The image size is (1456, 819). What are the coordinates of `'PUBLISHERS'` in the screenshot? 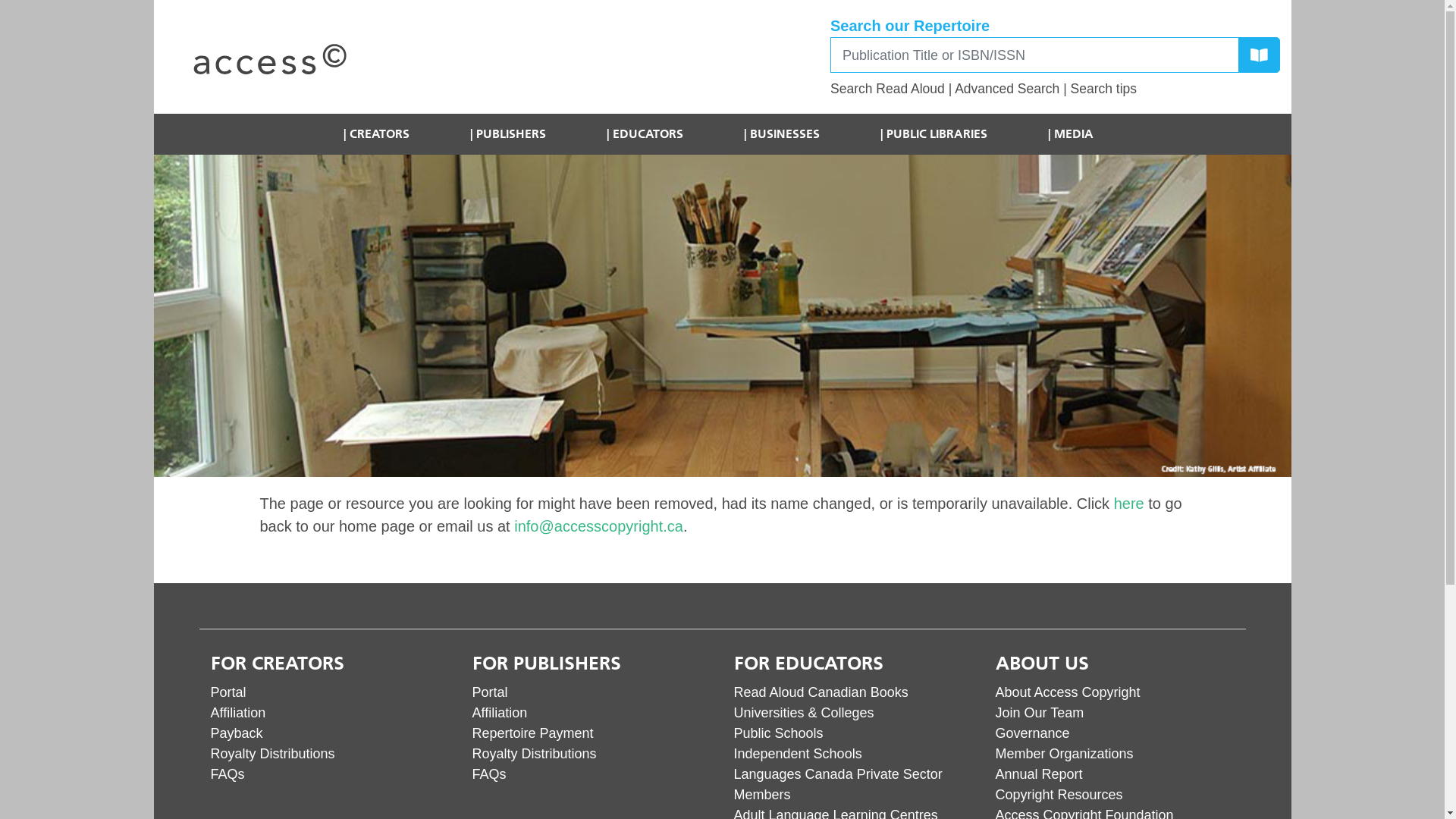 It's located at (454, 133).